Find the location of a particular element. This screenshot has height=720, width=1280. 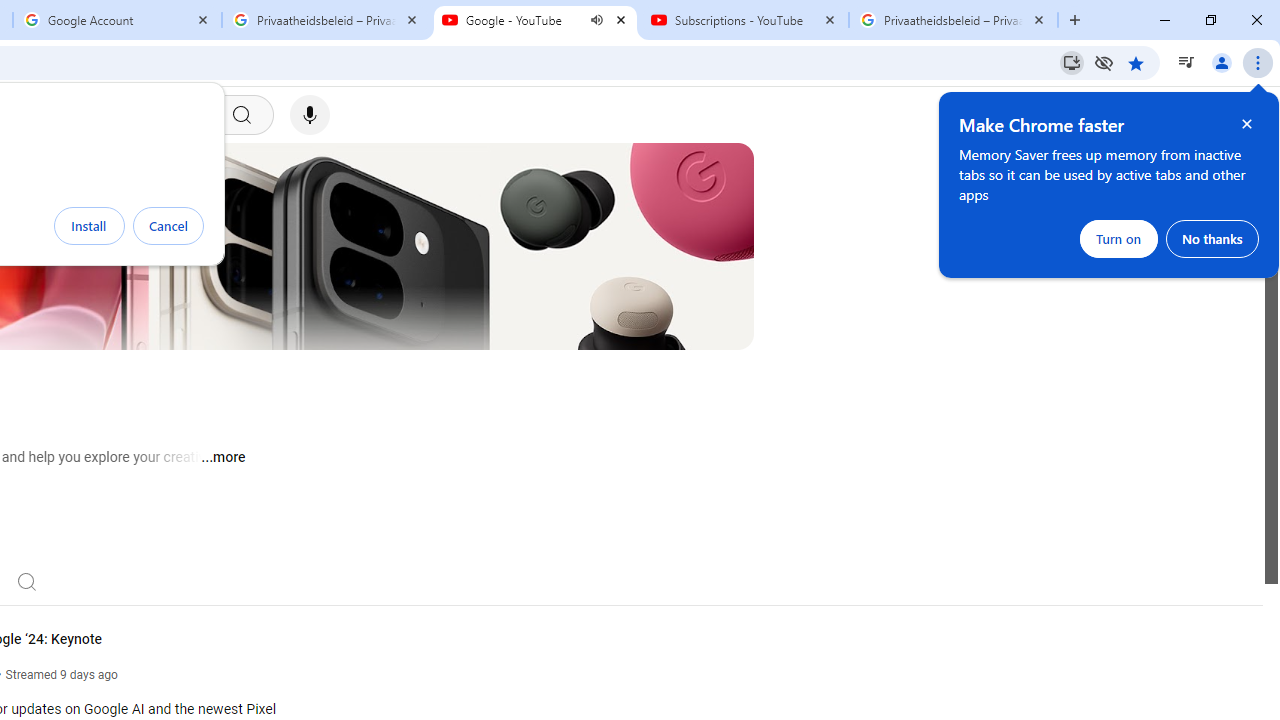

'Install' is located at coordinates (88, 225).